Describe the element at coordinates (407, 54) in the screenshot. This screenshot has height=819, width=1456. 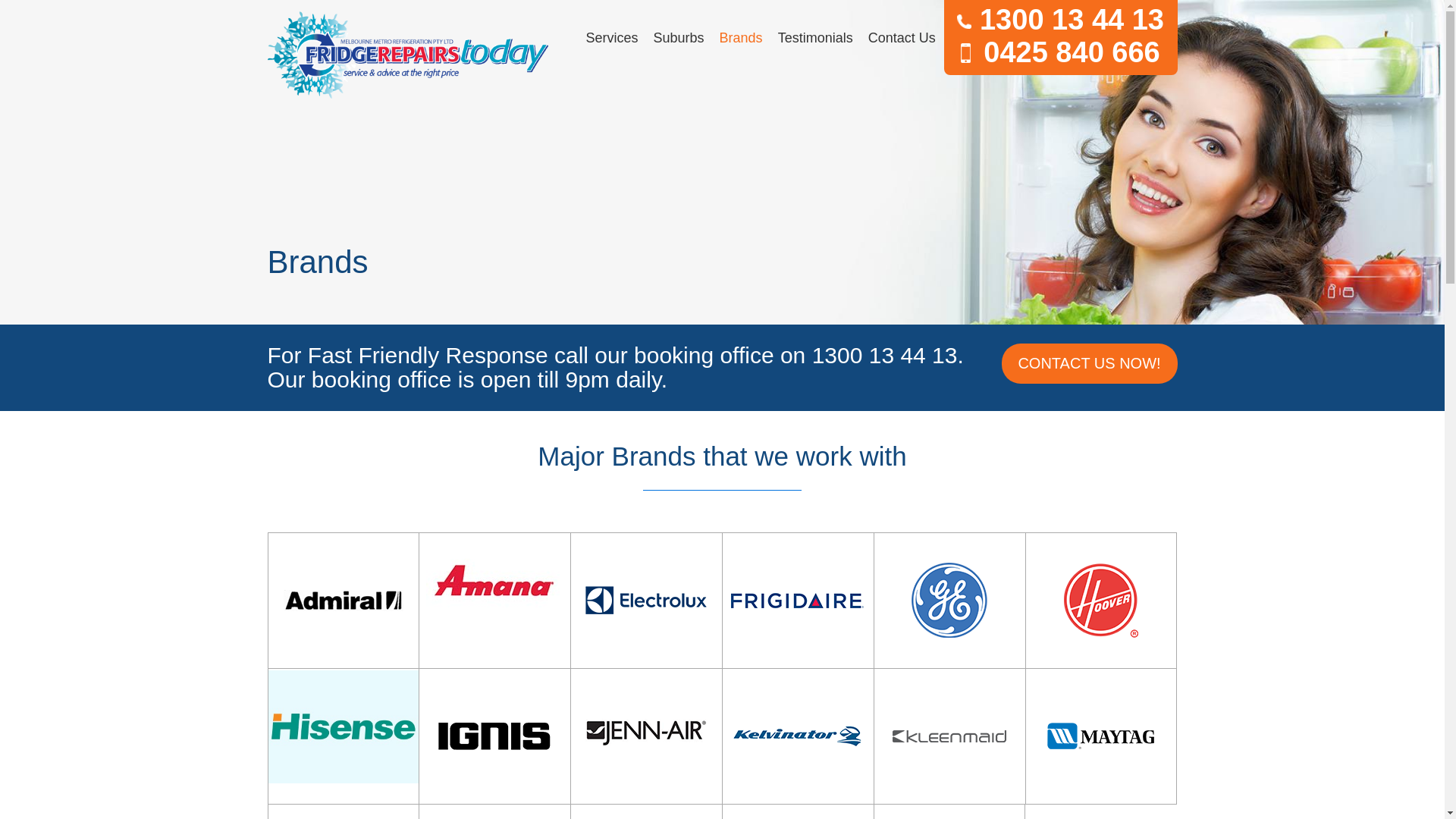
I see `'Fridge Repairs Today'` at that location.